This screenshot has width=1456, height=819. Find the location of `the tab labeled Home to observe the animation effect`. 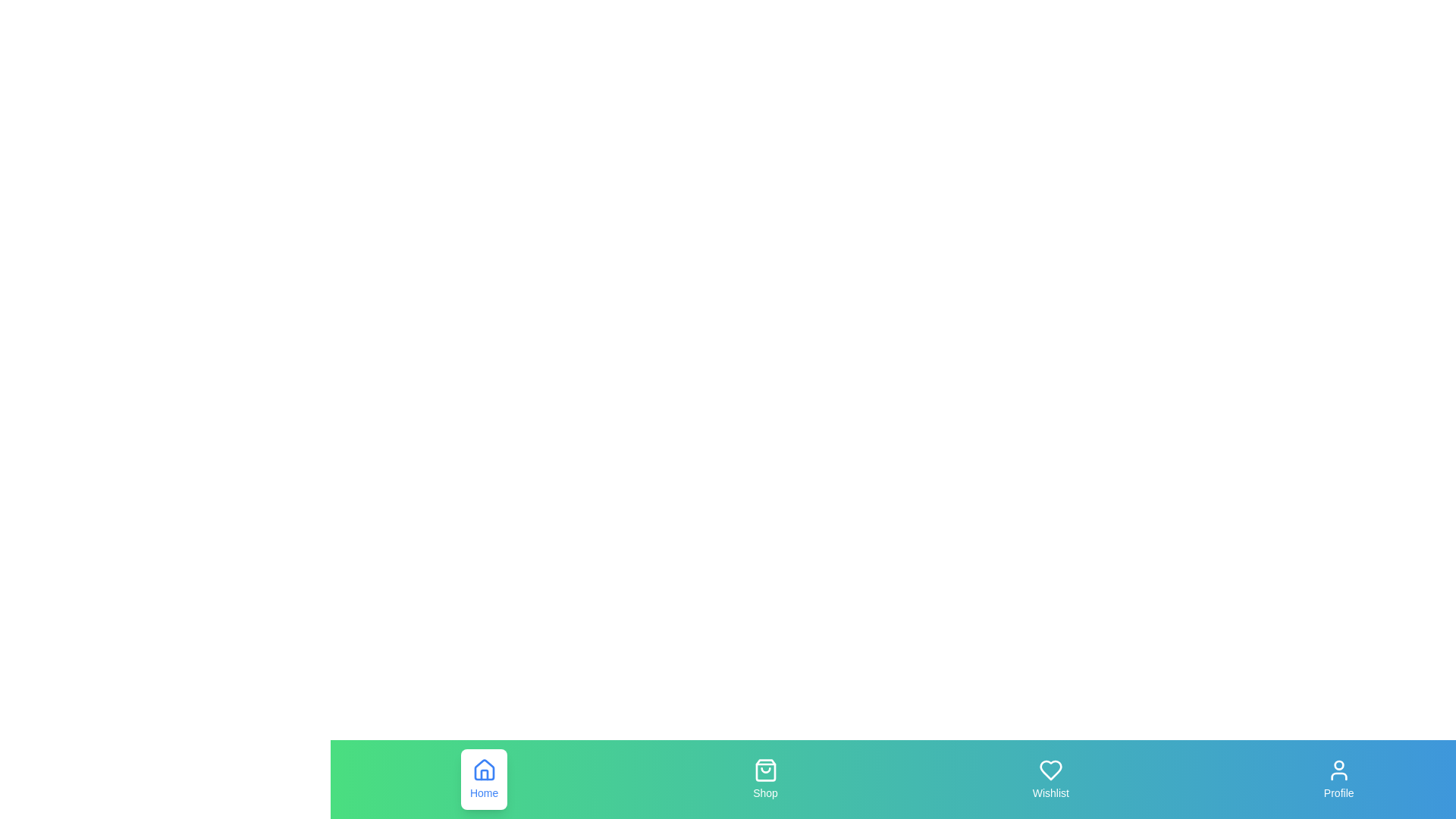

the tab labeled Home to observe the animation effect is located at coordinates (483, 780).